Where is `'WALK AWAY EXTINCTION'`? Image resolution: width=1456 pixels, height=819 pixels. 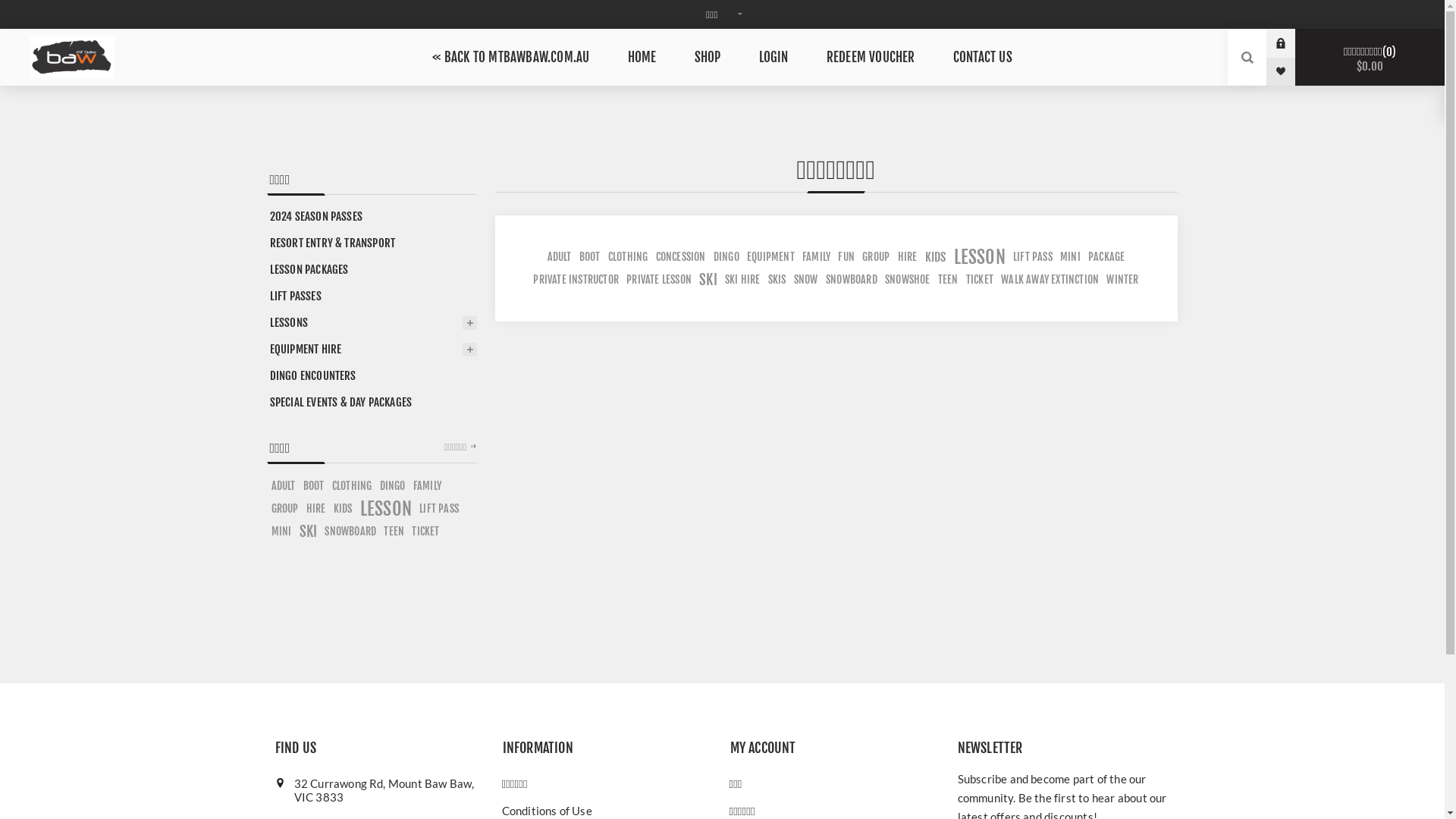 'WALK AWAY EXTINCTION' is located at coordinates (1049, 280).